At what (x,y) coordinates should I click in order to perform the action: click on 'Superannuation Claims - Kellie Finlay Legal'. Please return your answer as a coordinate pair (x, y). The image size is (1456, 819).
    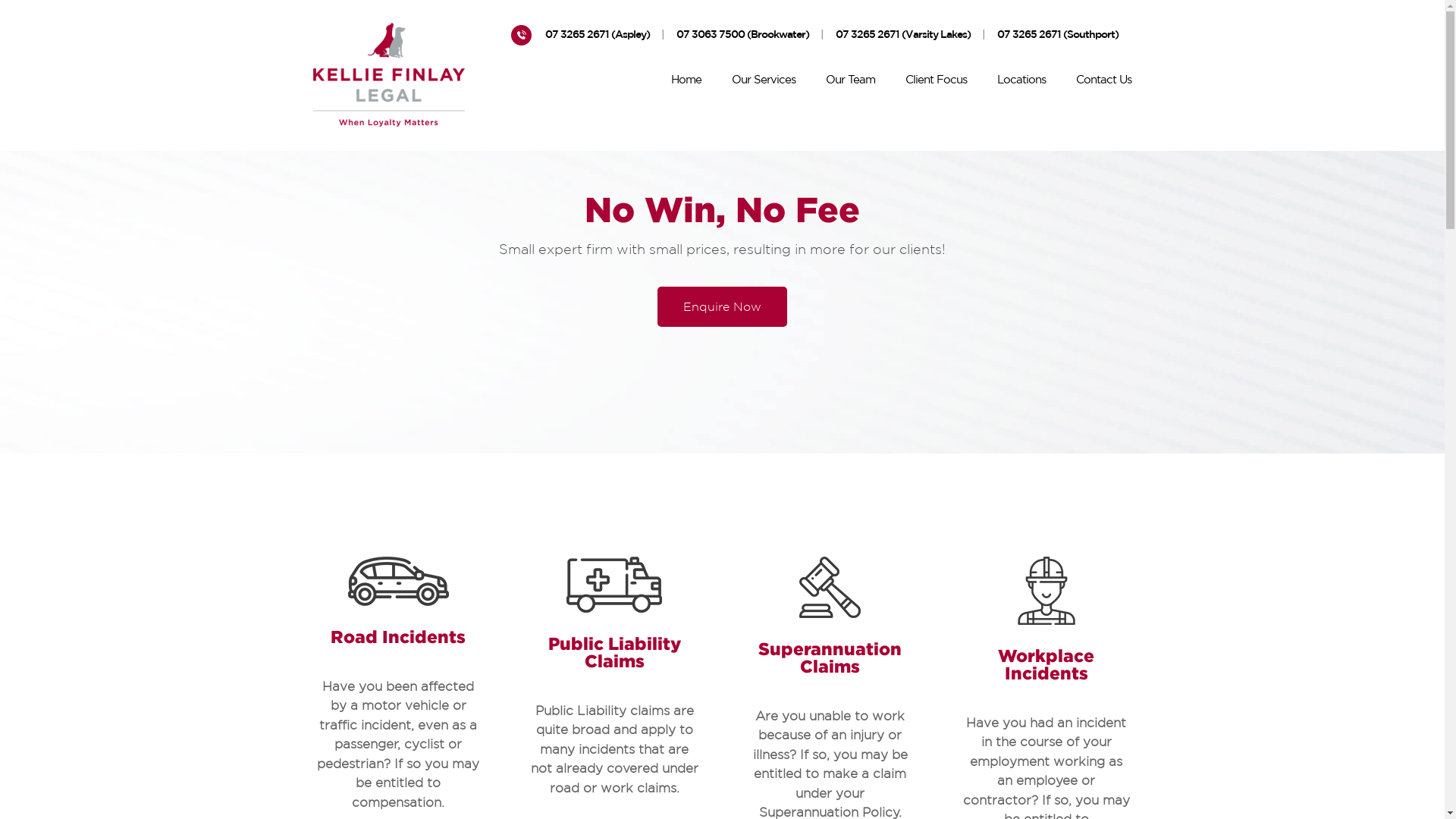
    Looking at the image, I should click on (799, 586).